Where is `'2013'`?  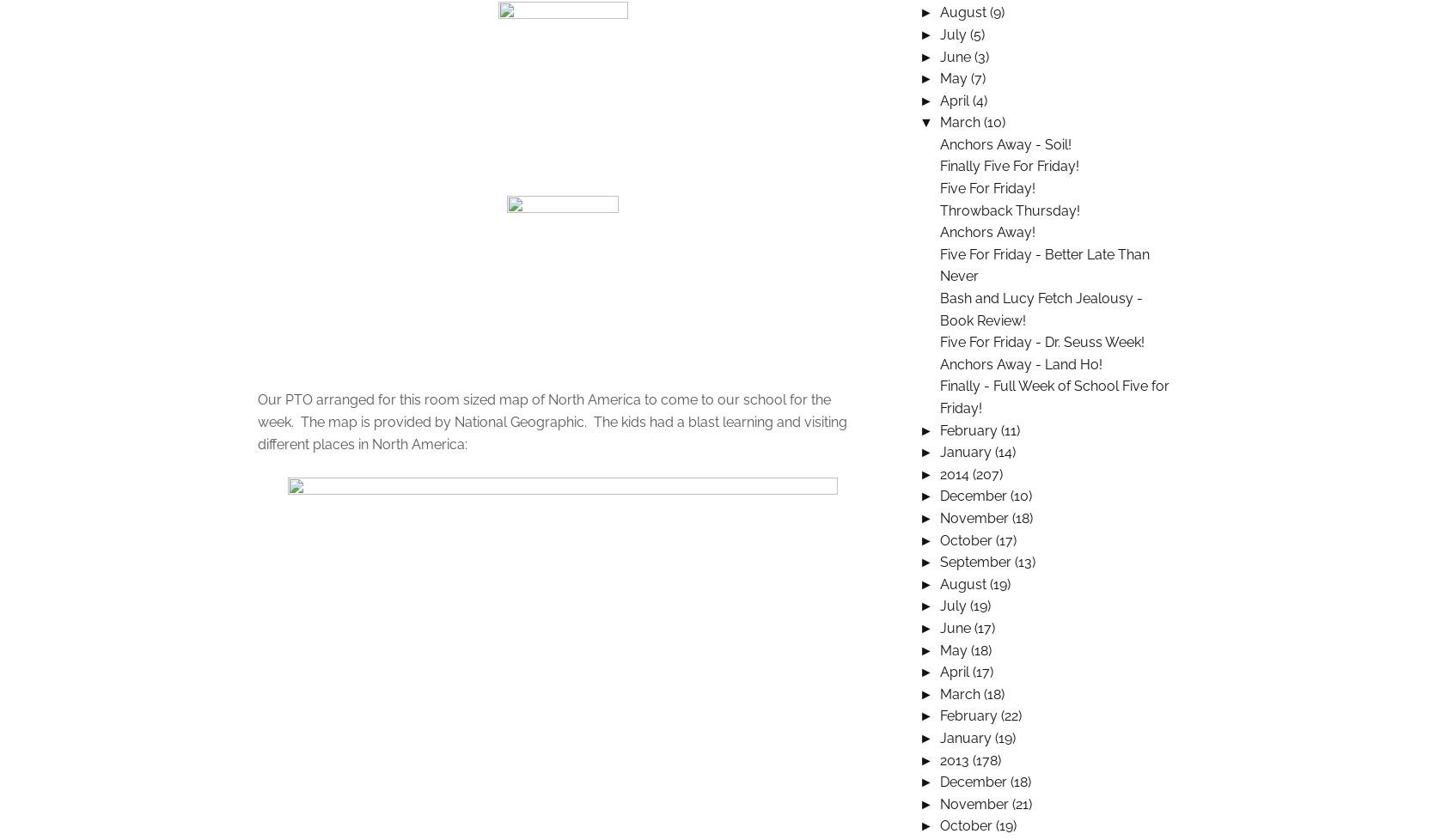 '2013' is located at coordinates (955, 758).